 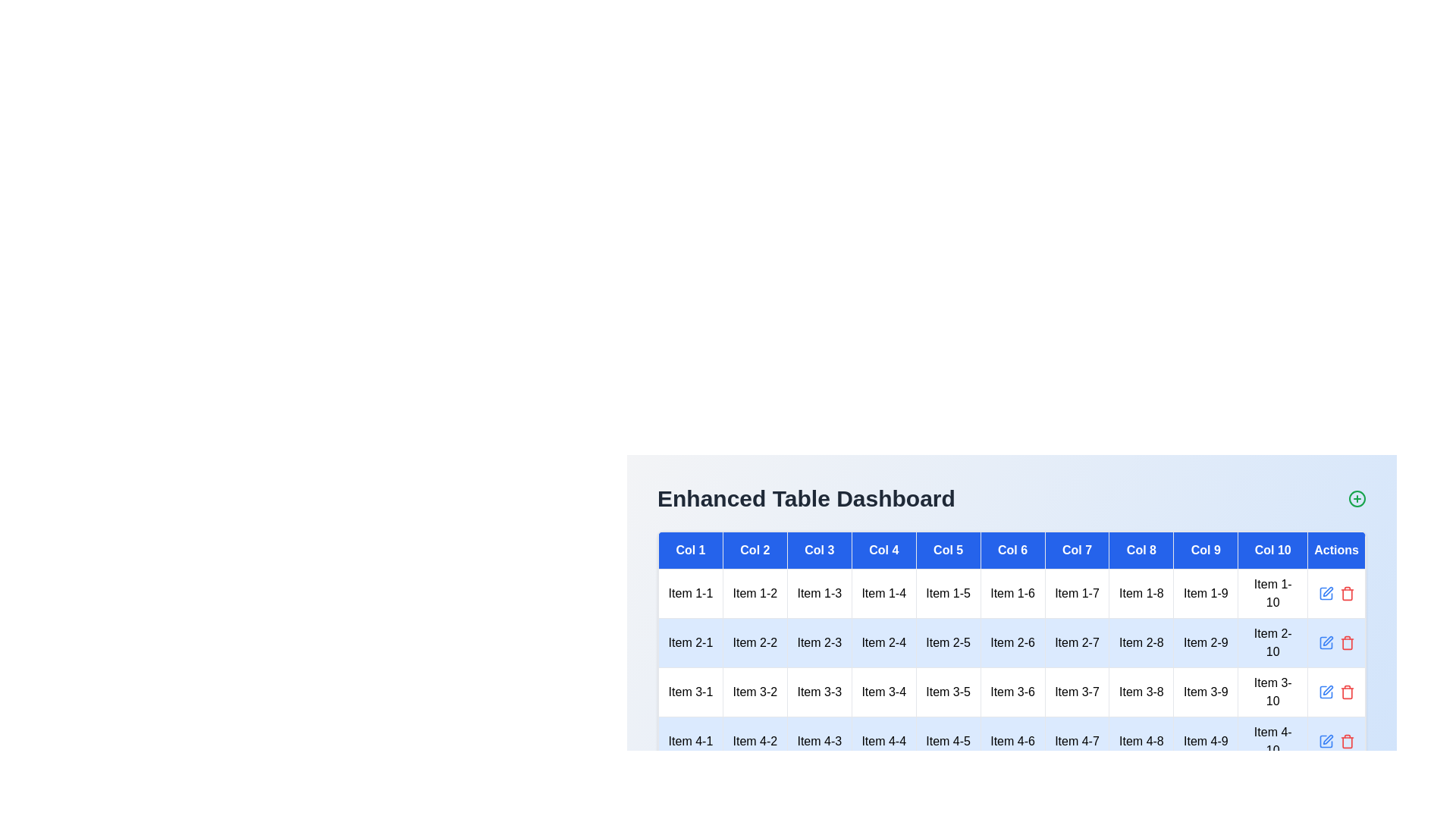 I want to click on the trash icon for the row labeled Item 4-10, so click(x=1347, y=741).